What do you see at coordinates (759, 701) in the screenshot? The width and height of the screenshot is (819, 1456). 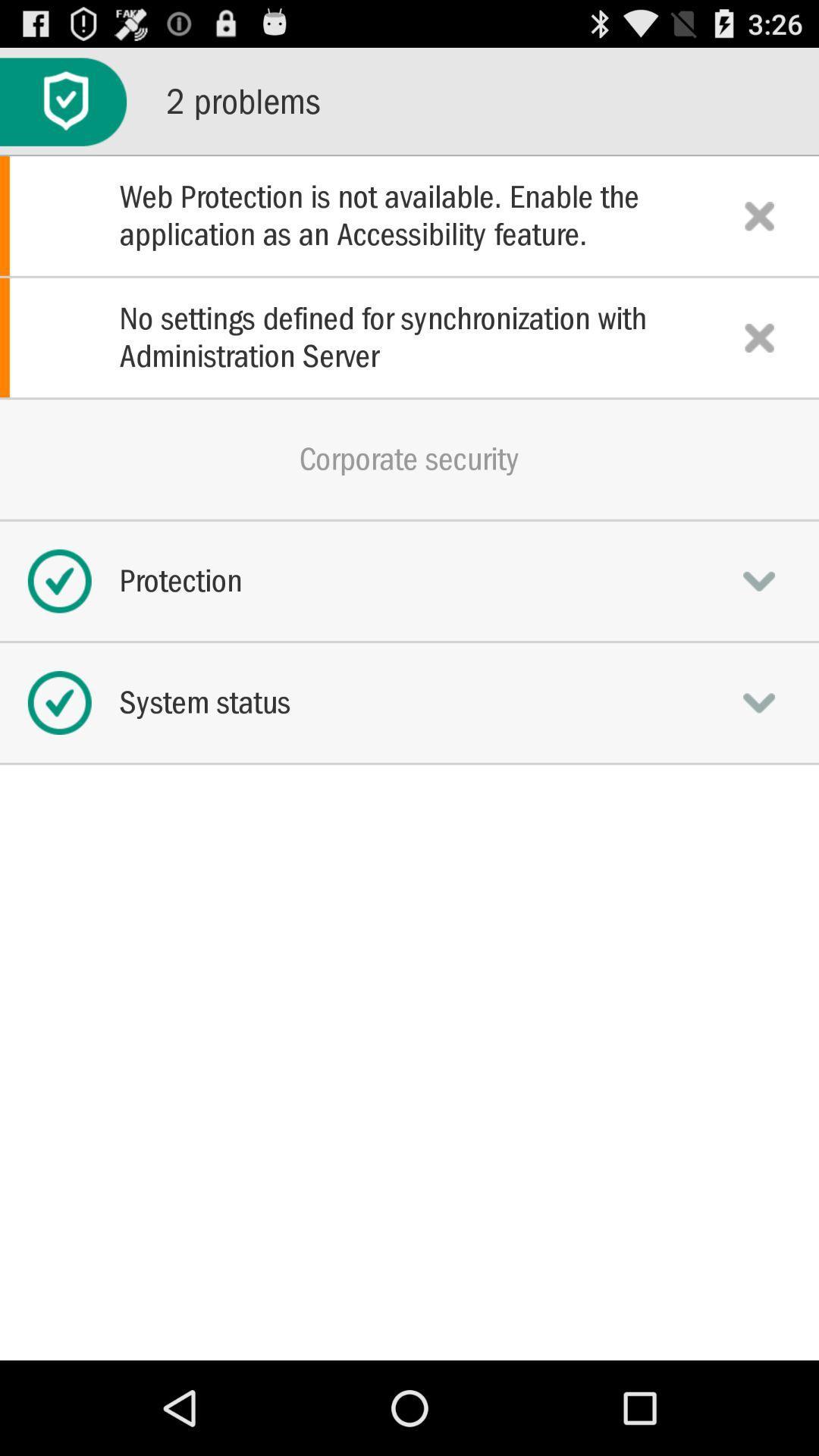 I see `expand menu` at bounding box center [759, 701].